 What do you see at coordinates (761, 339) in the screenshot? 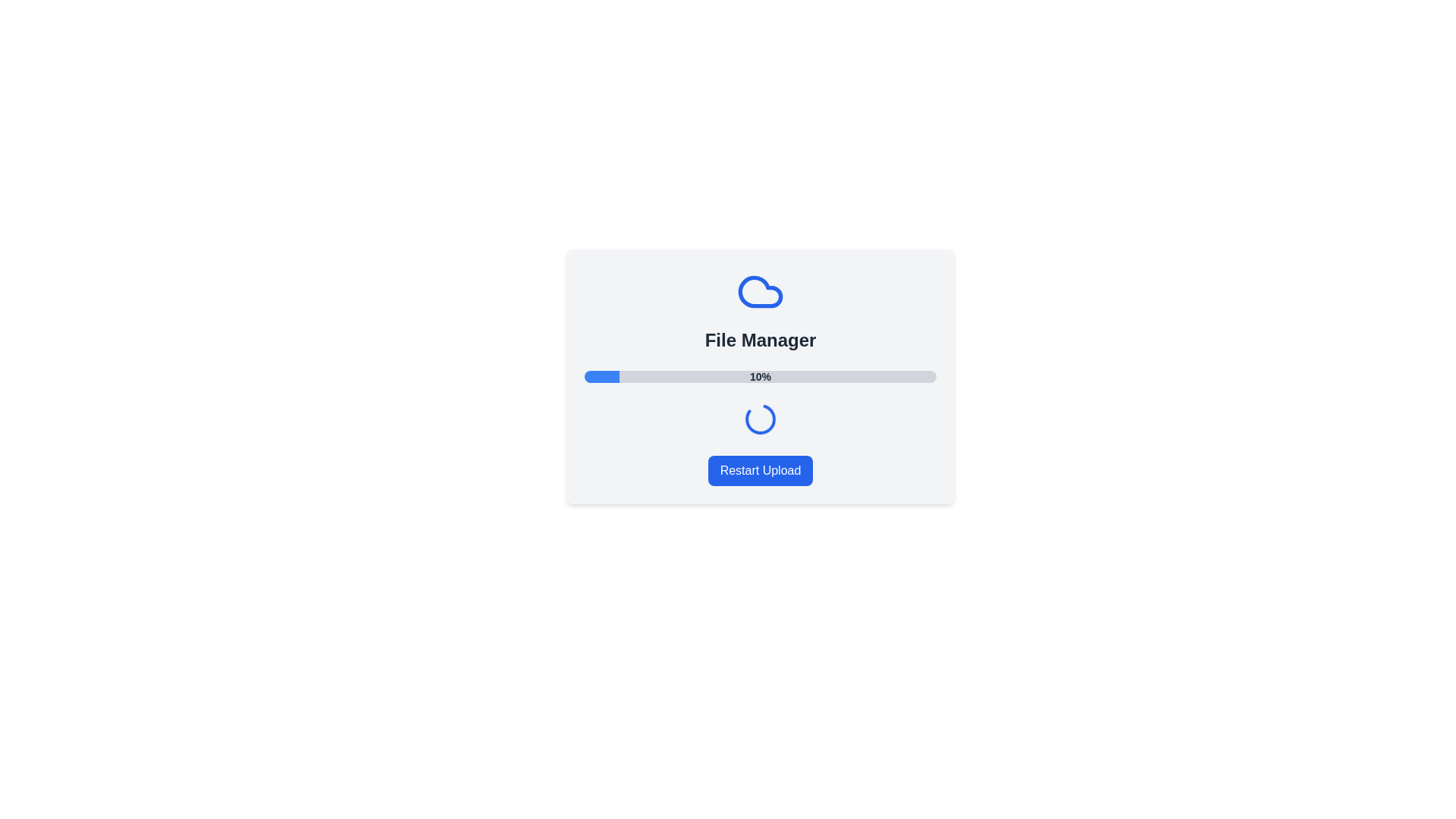
I see `the text label that serves as the title for the modal, located below the blue cloud icon and above the progress bar, with a light gray background` at bounding box center [761, 339].